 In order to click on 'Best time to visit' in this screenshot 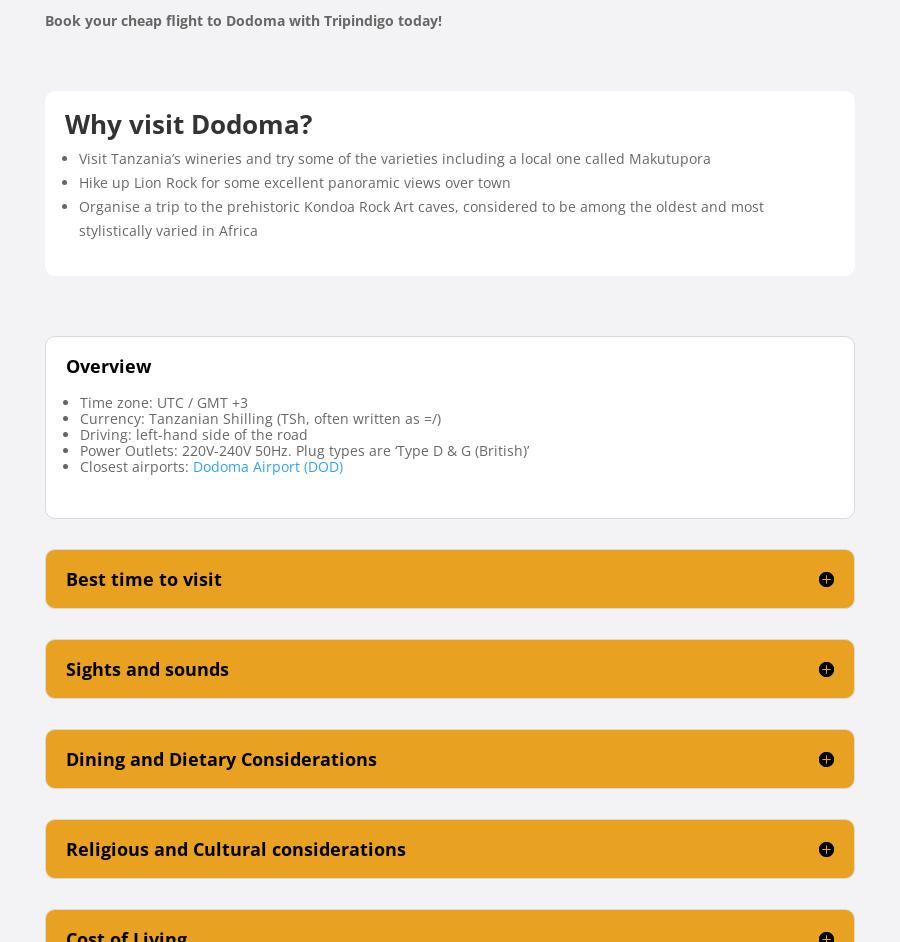, I will do `click(144, 578)`.